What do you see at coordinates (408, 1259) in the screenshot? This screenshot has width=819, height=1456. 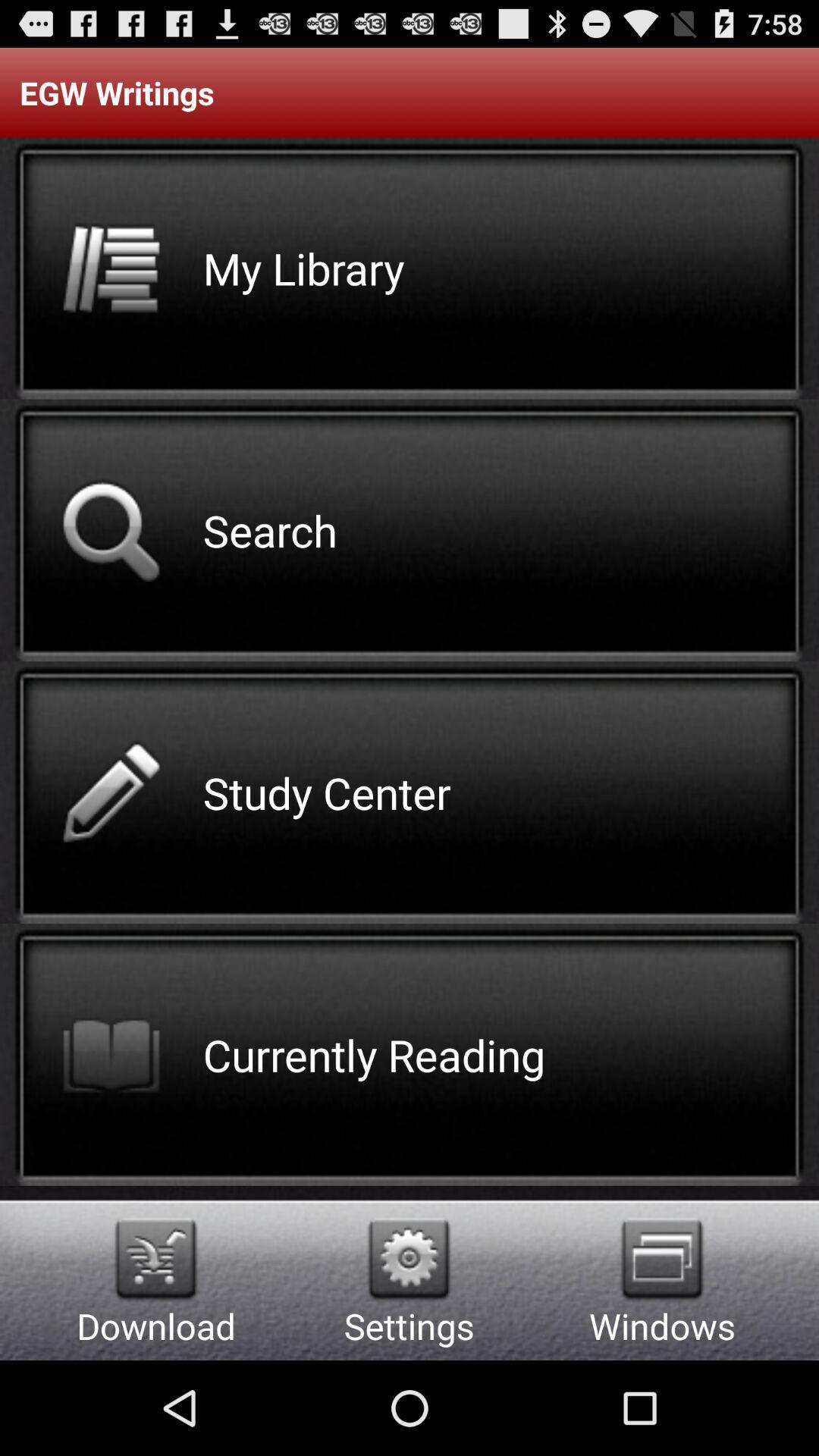 I see `icon next to windows app` at bounding box center [408, 1259].